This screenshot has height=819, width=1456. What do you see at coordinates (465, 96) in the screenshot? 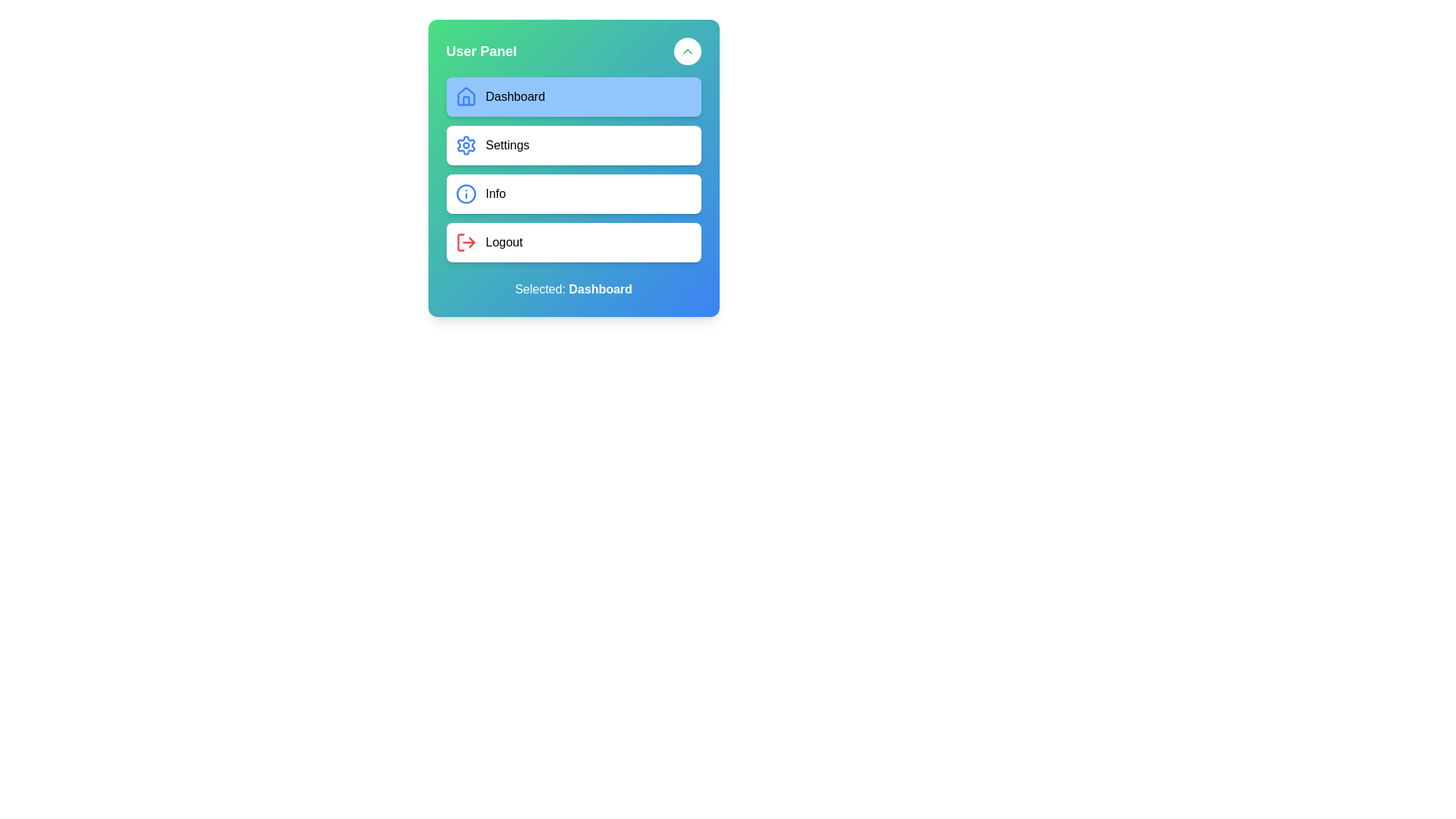
I see `the blue house-shaped icon within the 'Dashboard' button` at bounding box center [465, 96].